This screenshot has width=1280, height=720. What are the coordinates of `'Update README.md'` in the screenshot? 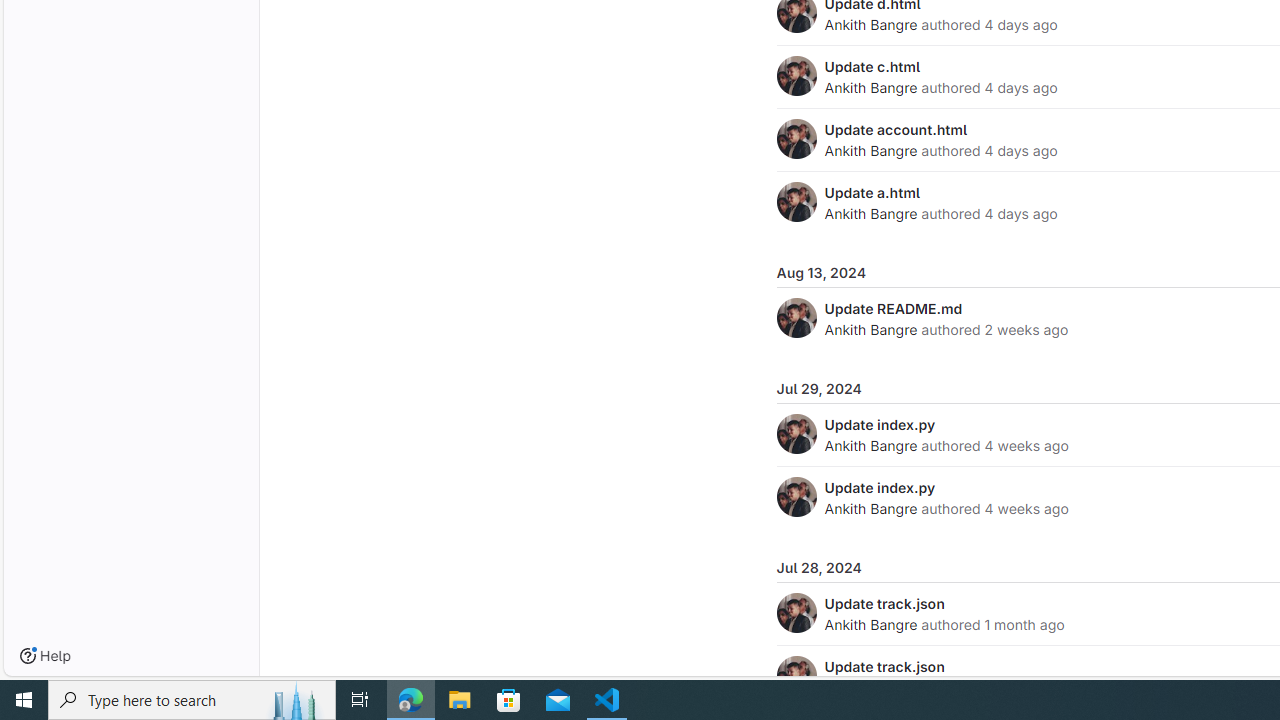 It's located at (892, 308).